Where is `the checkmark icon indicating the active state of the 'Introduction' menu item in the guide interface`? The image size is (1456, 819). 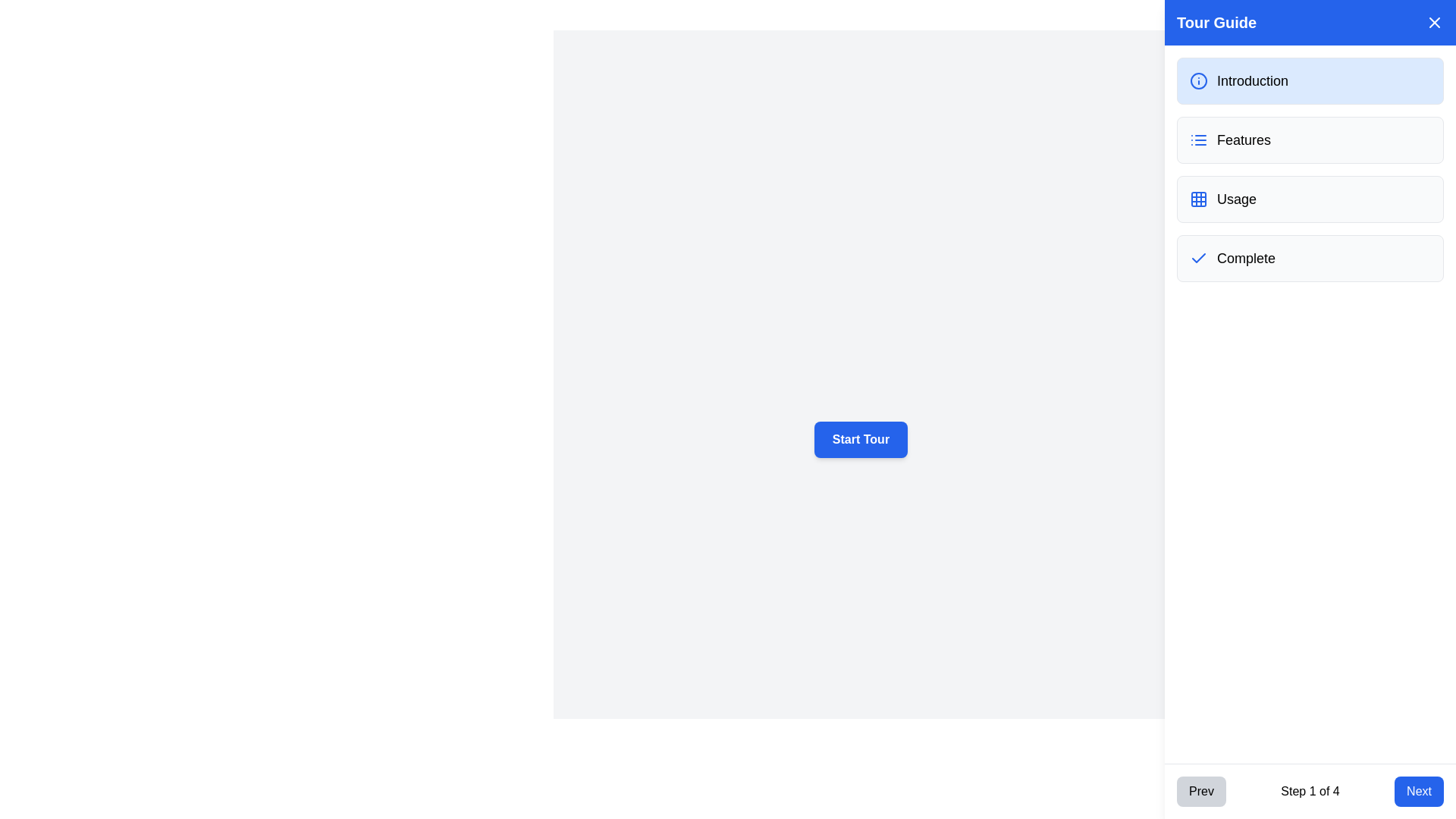
the checkmark icon indicating the active state of the 'Introduction' menu item in the guide interface is located at coordinates (1197, 257).